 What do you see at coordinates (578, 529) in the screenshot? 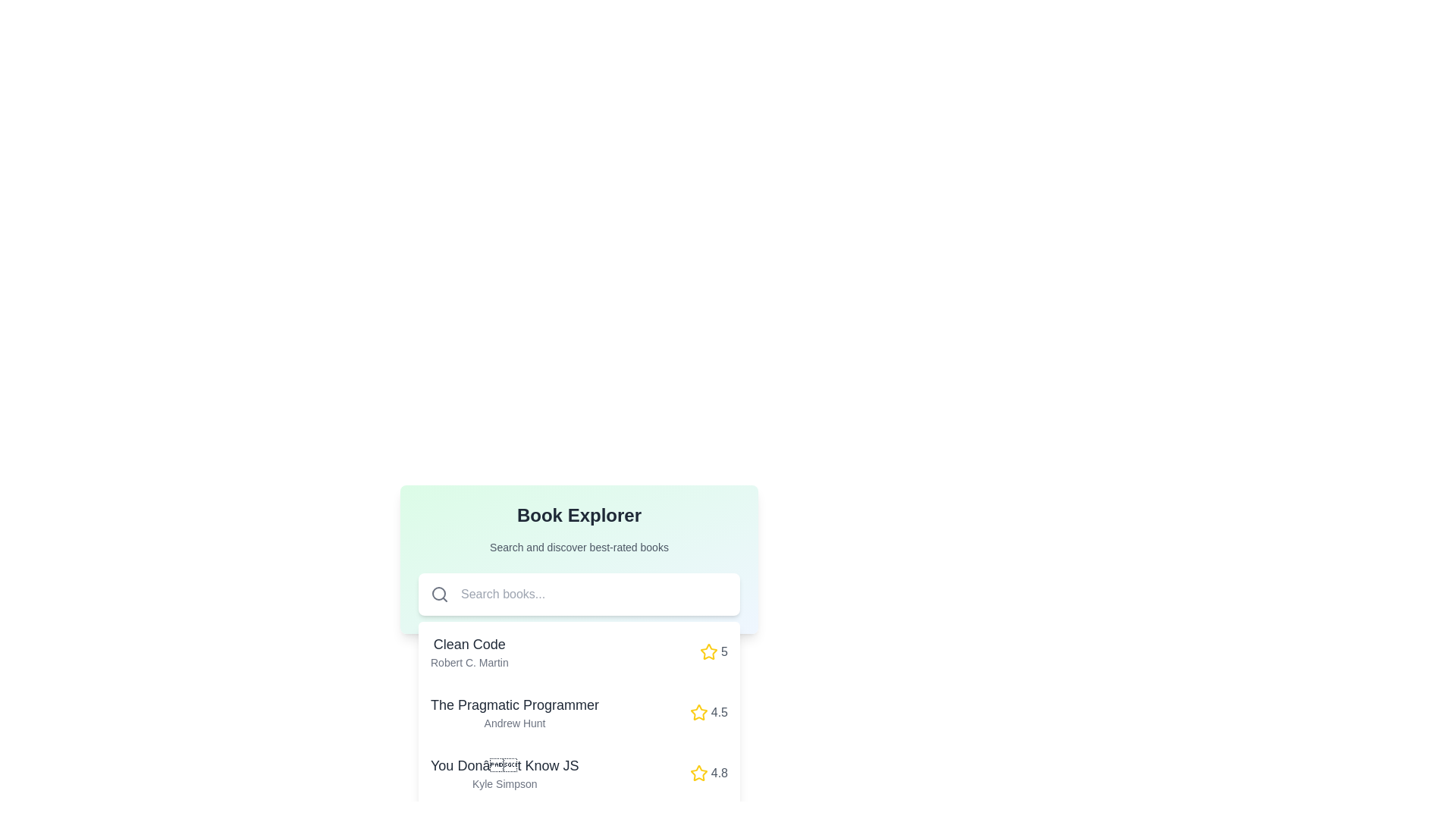
I see `the Section header titled 'Book Explorer' which features a bold title and a subtitle, located at the top center of the visible area` at bounding box center [578, 529].